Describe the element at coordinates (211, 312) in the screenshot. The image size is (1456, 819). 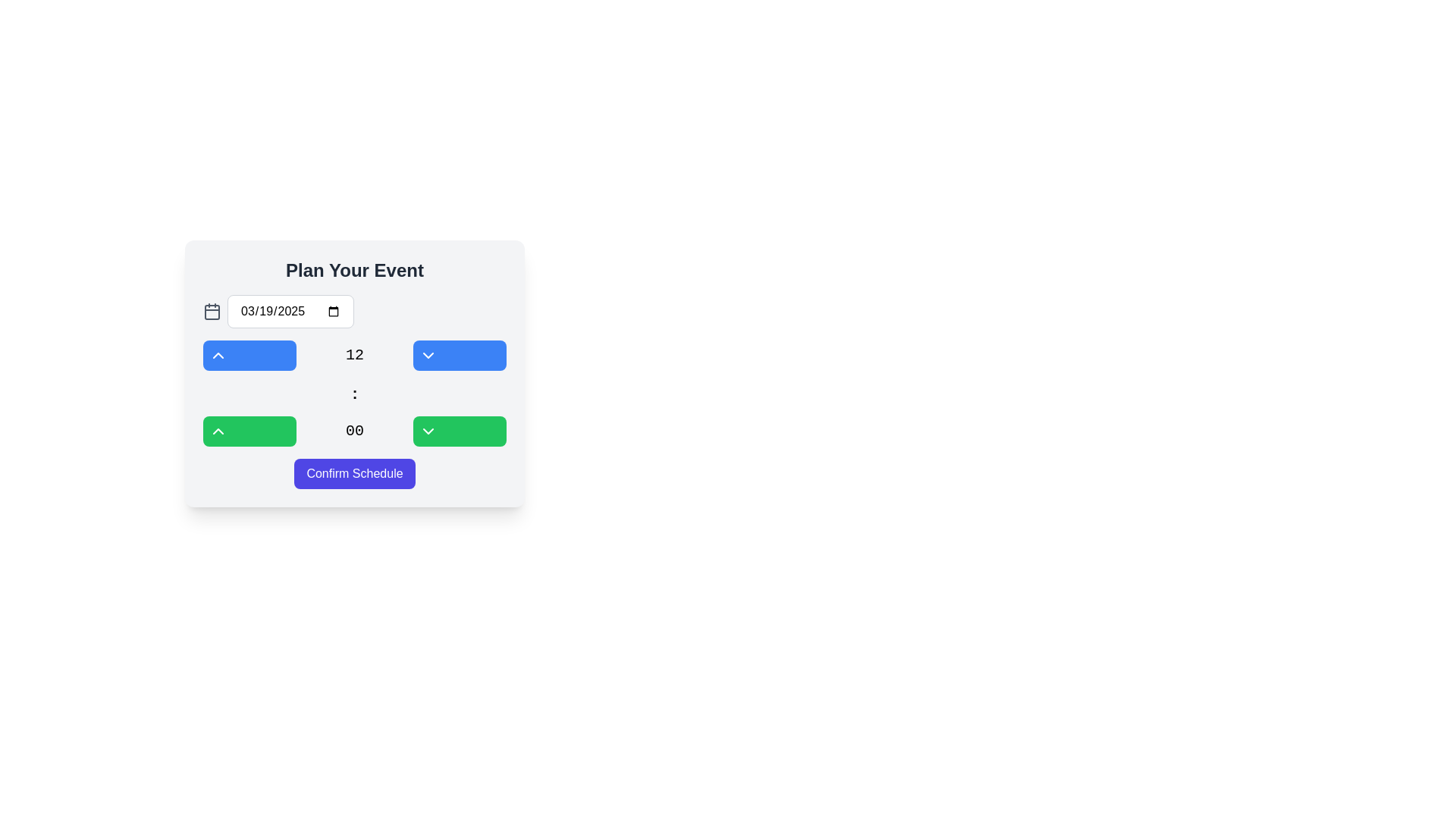
I see `the body of the calendar icon, which is represented as an SVG rectangle and is centrally positioned within the calendar square, located to the left of the date input field` at that location.